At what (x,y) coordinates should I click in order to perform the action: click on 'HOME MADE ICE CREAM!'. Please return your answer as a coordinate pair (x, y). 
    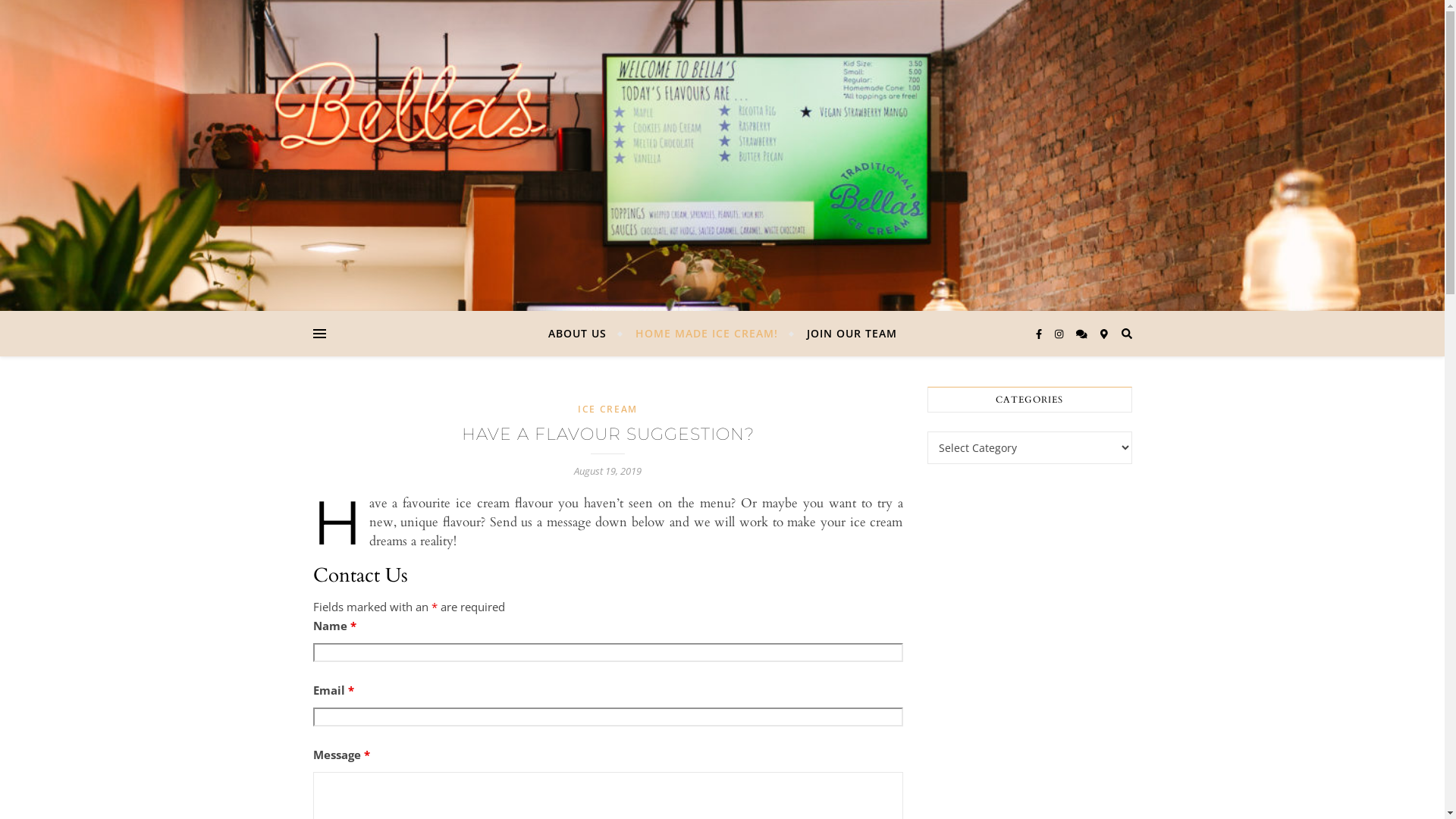
    Looking at the image, I should click on (705, 332).